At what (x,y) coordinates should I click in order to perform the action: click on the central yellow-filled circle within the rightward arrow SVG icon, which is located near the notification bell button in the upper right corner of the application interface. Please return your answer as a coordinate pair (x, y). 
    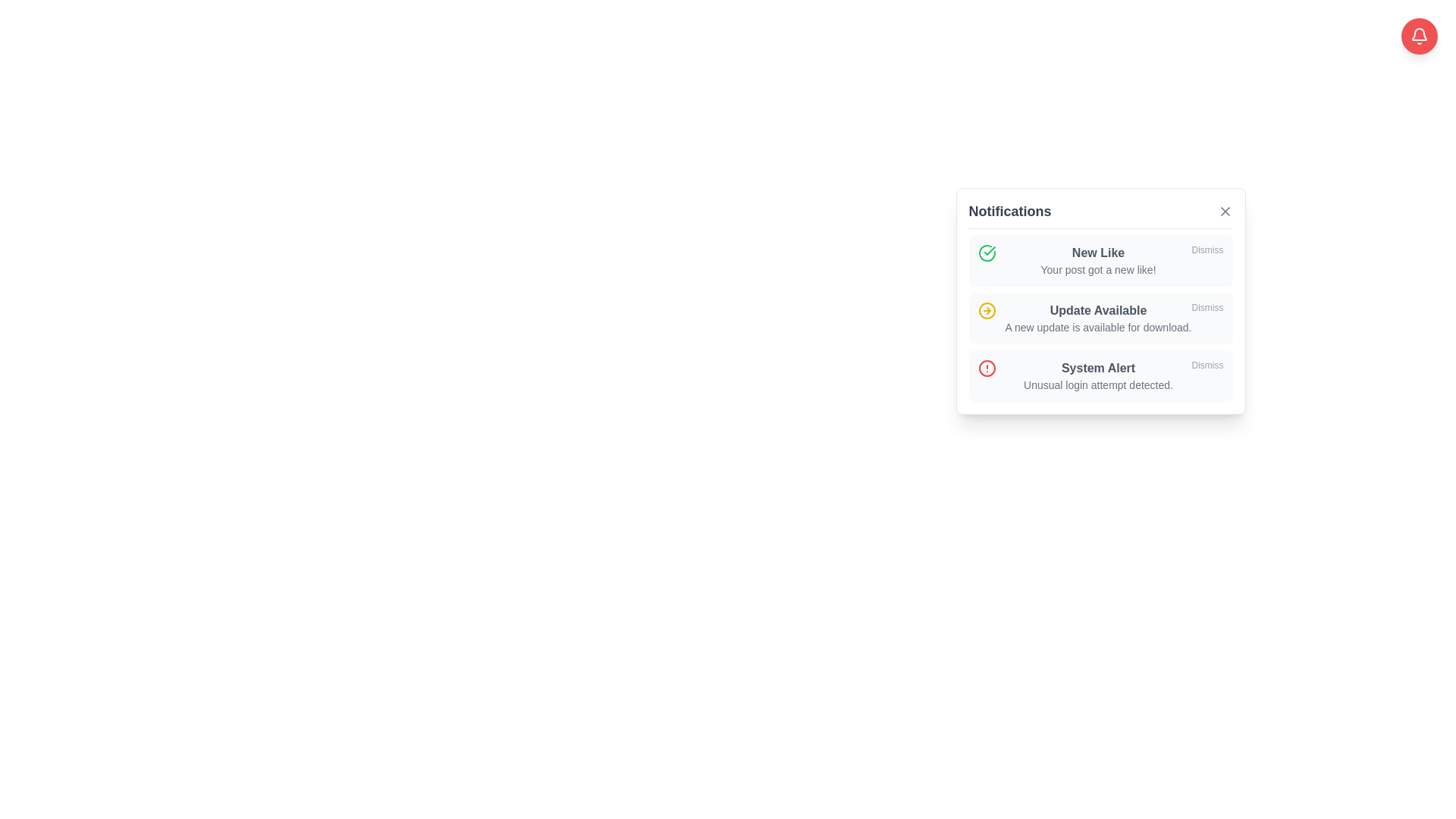
    Looking at the image, I should click on (987, 309).